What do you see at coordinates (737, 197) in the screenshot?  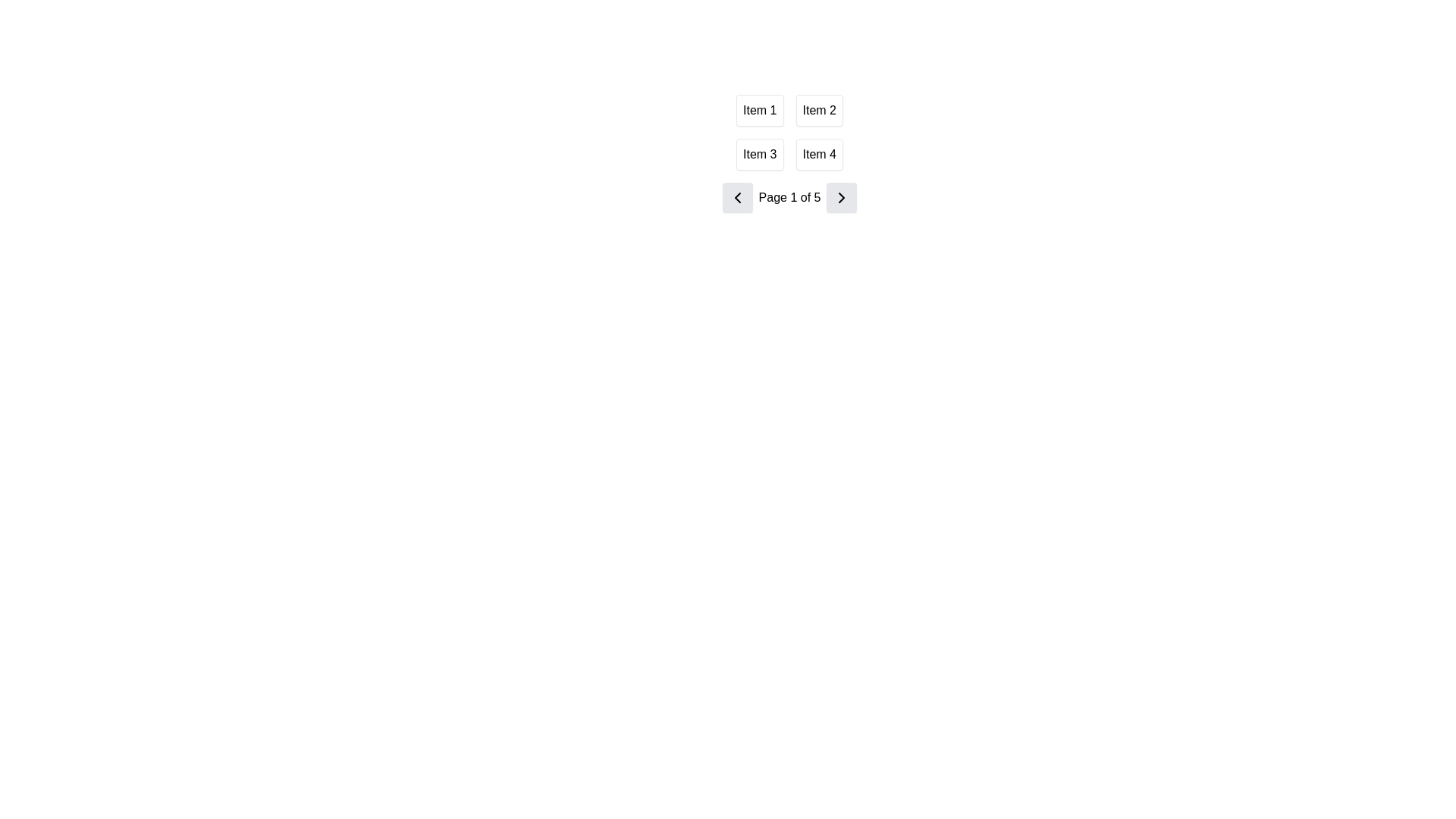 I see `the light gray button with a left-pointing chevron icon that is located to the left of 'Page 1 of 5'` at bounding box center [737, 197].